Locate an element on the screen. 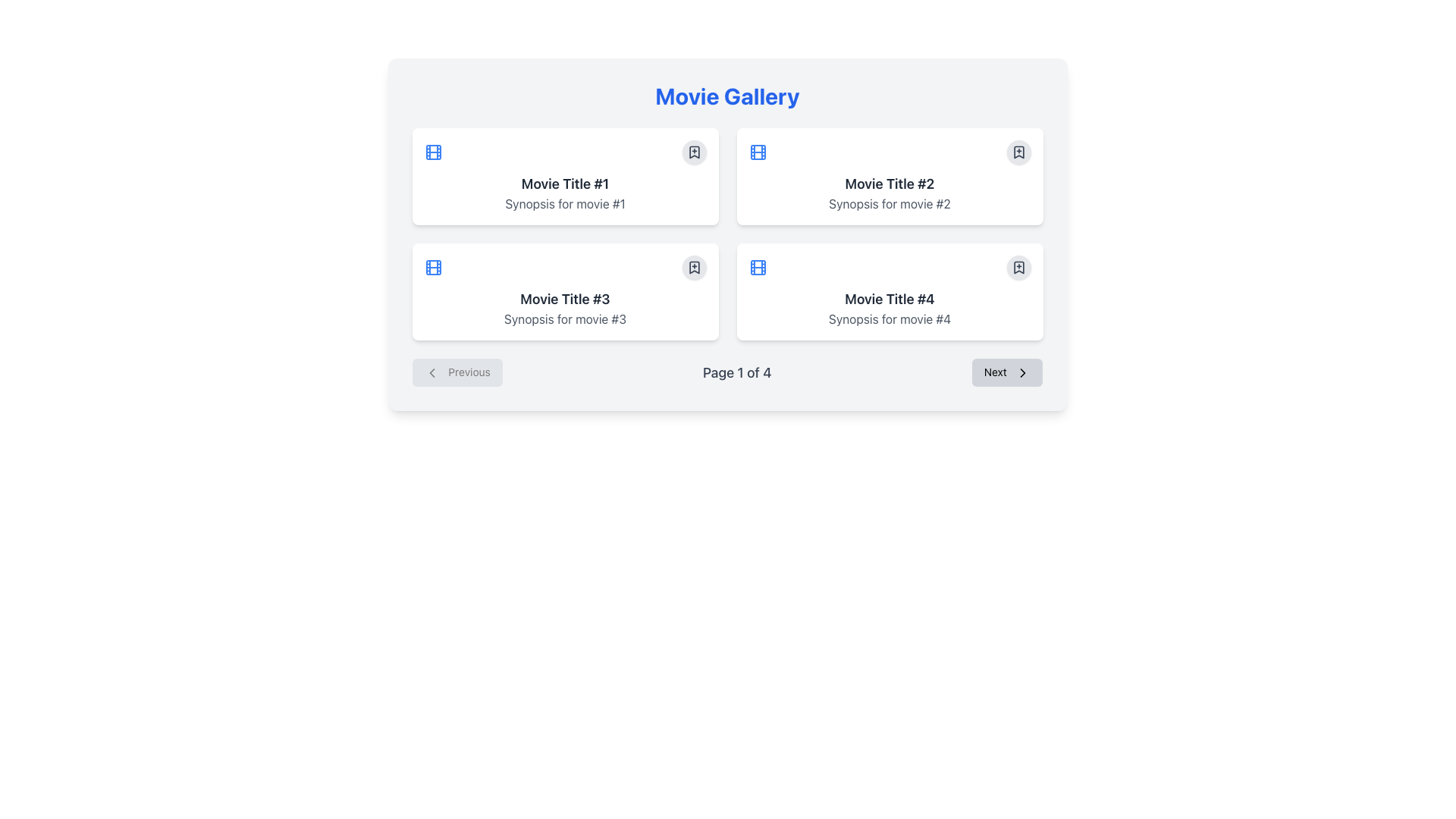 Image resolution: width=1456 pixels, height=819 pixels. the text label located below the title 'Movie Title #3' in the fourth card of a 2x2 grid layout is located at coordinates (564, 318).